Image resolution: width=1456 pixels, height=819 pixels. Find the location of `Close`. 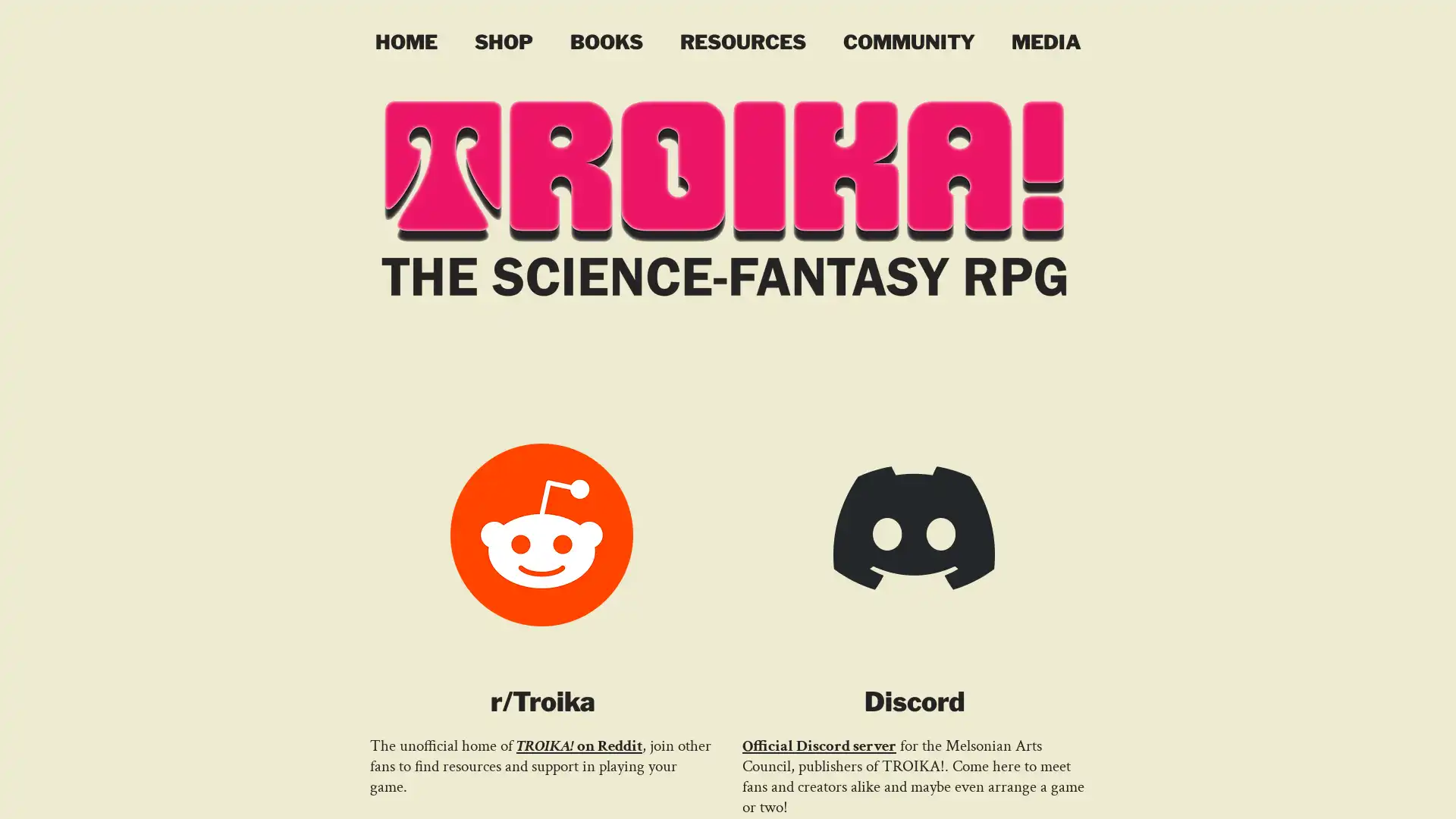

Close is located at coordinates (1437, 792).